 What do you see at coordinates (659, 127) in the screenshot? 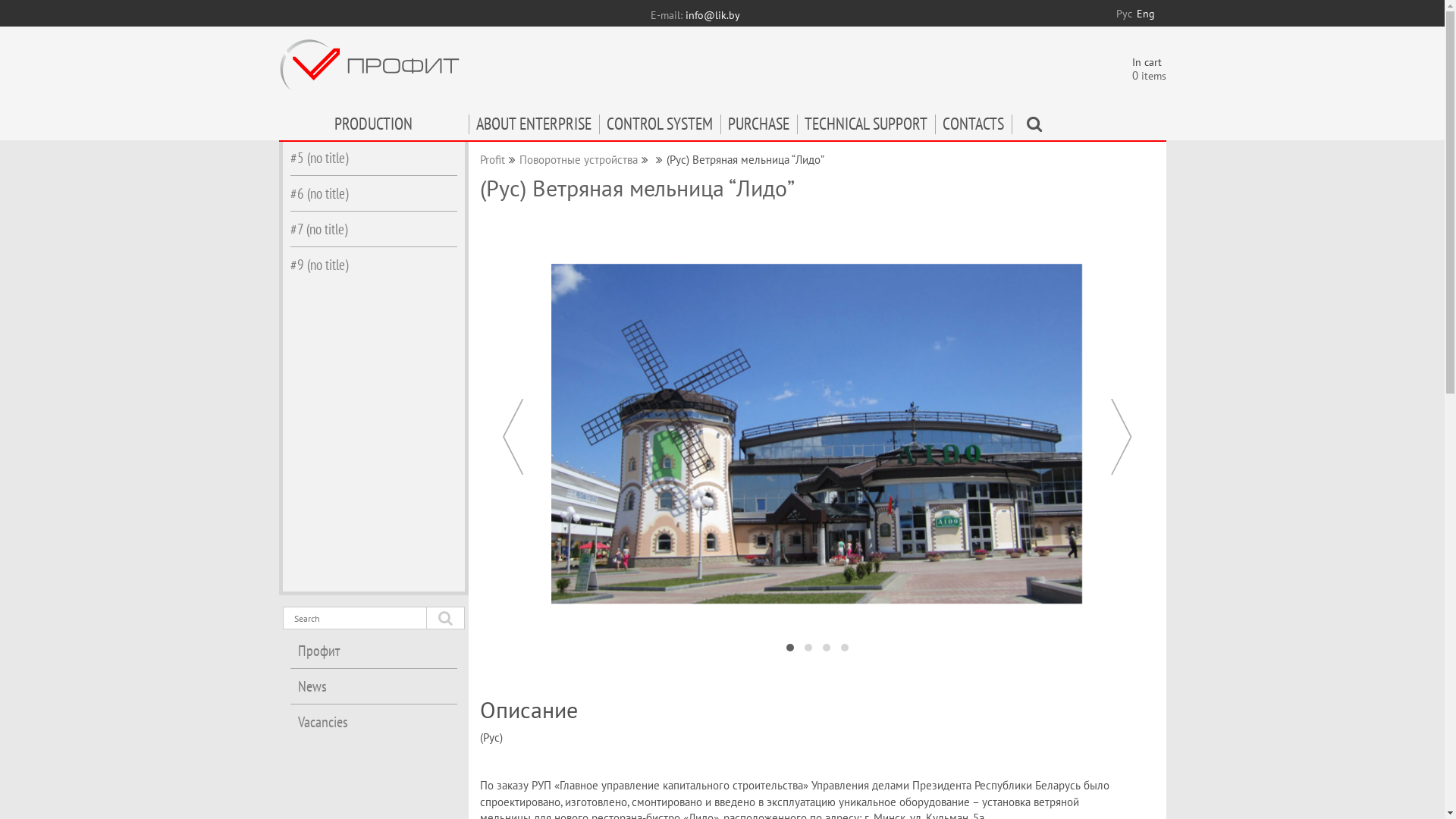
I see `'CONTROL SYSTEM'` at bounding box center [659, 127].